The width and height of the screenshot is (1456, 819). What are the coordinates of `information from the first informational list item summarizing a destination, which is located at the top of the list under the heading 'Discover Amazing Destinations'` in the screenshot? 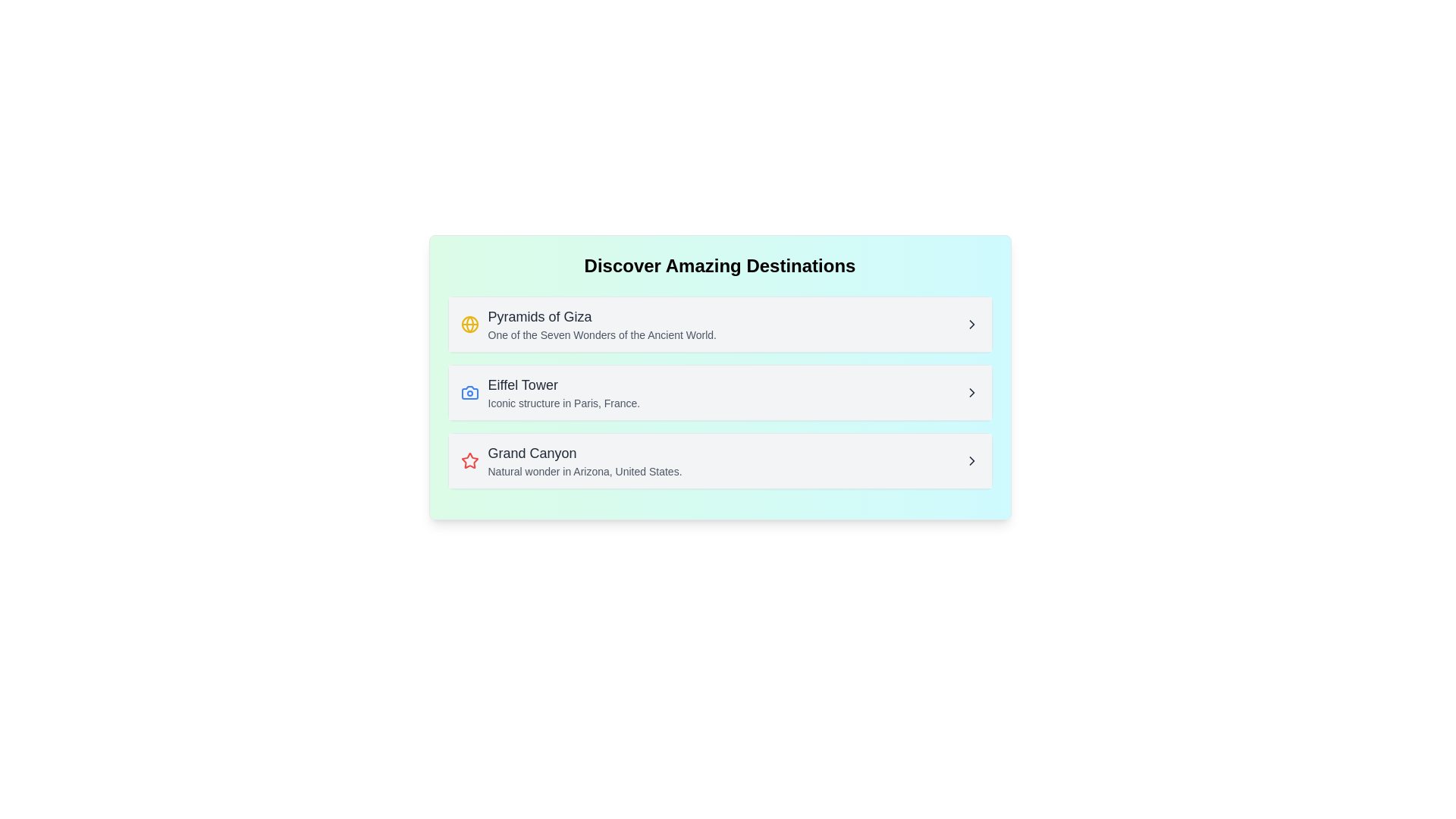 It's located at (588, 324).